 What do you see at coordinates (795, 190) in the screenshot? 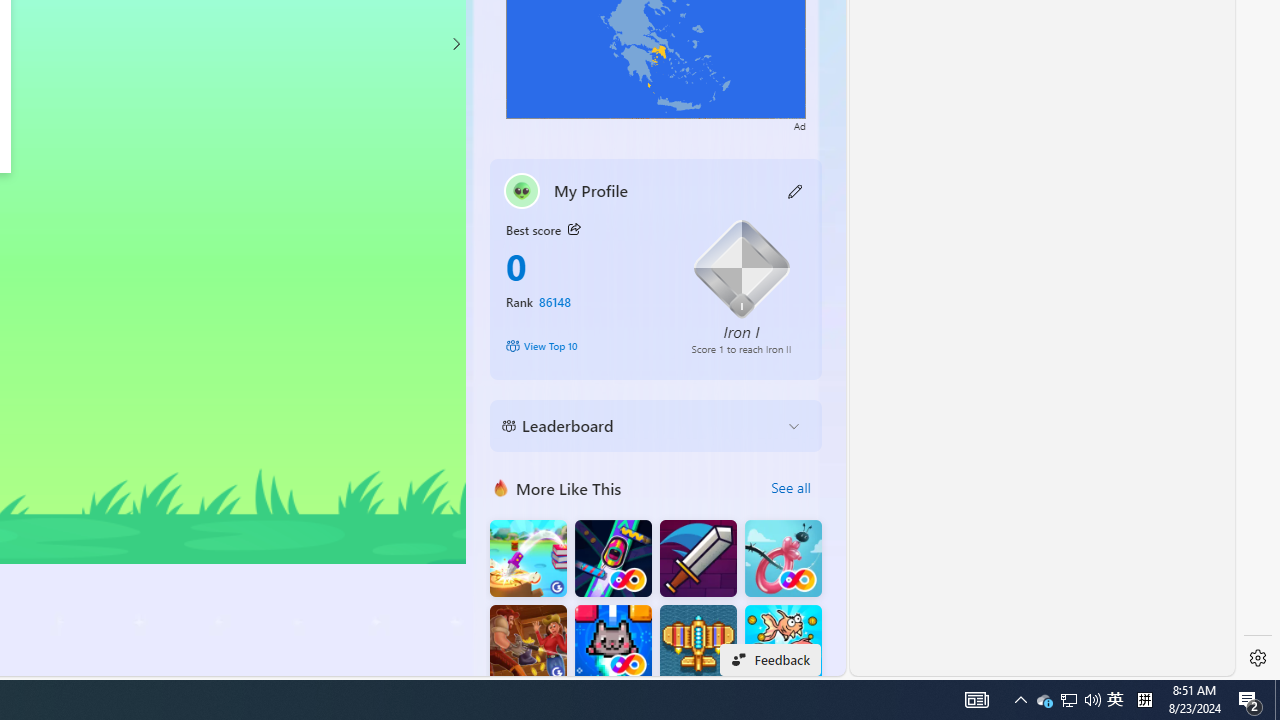
I see `'Class: button edit-icon'` at bounding box center [795, 190].